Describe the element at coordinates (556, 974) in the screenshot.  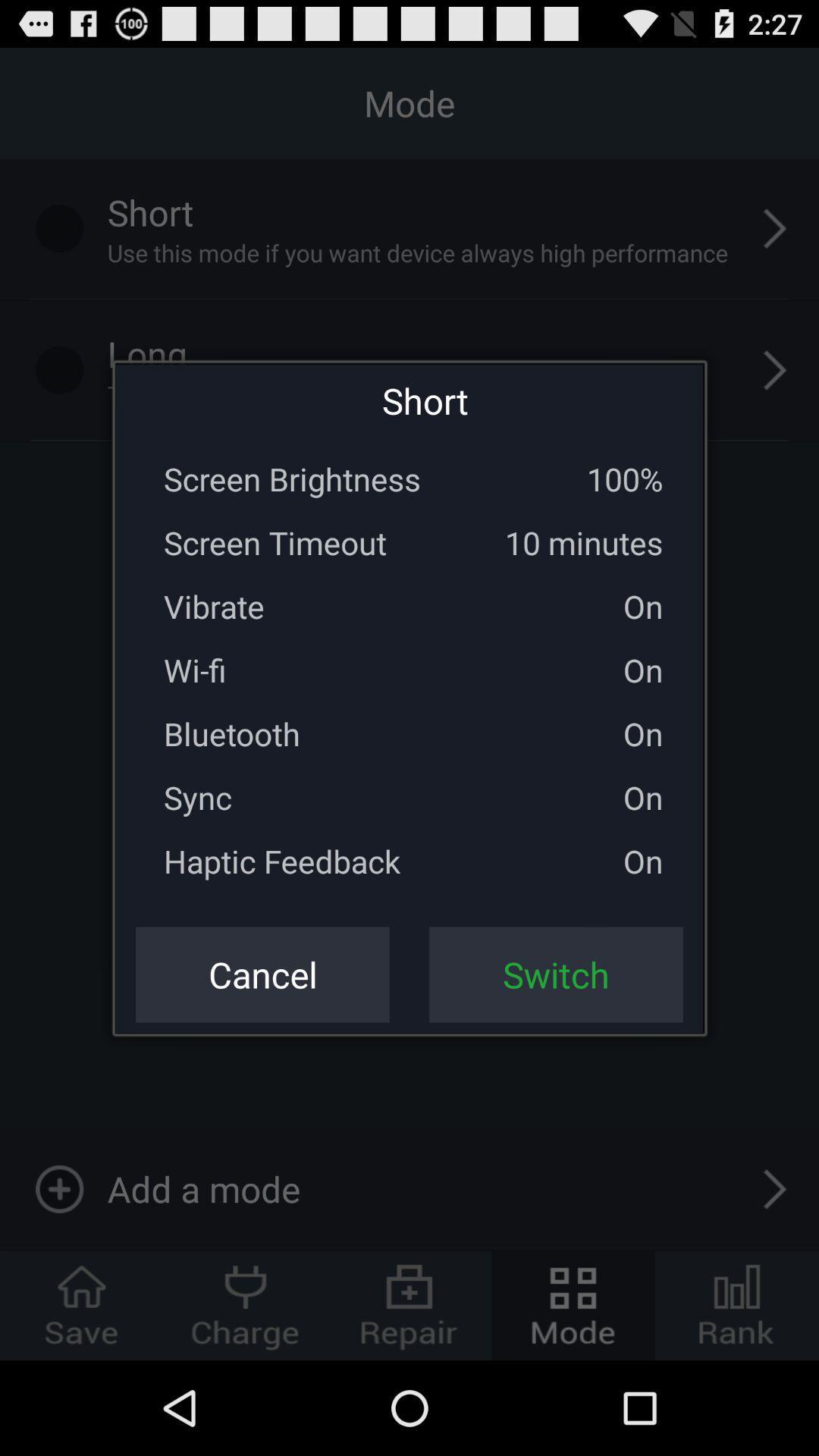
I see `icon below on icon` at that location.